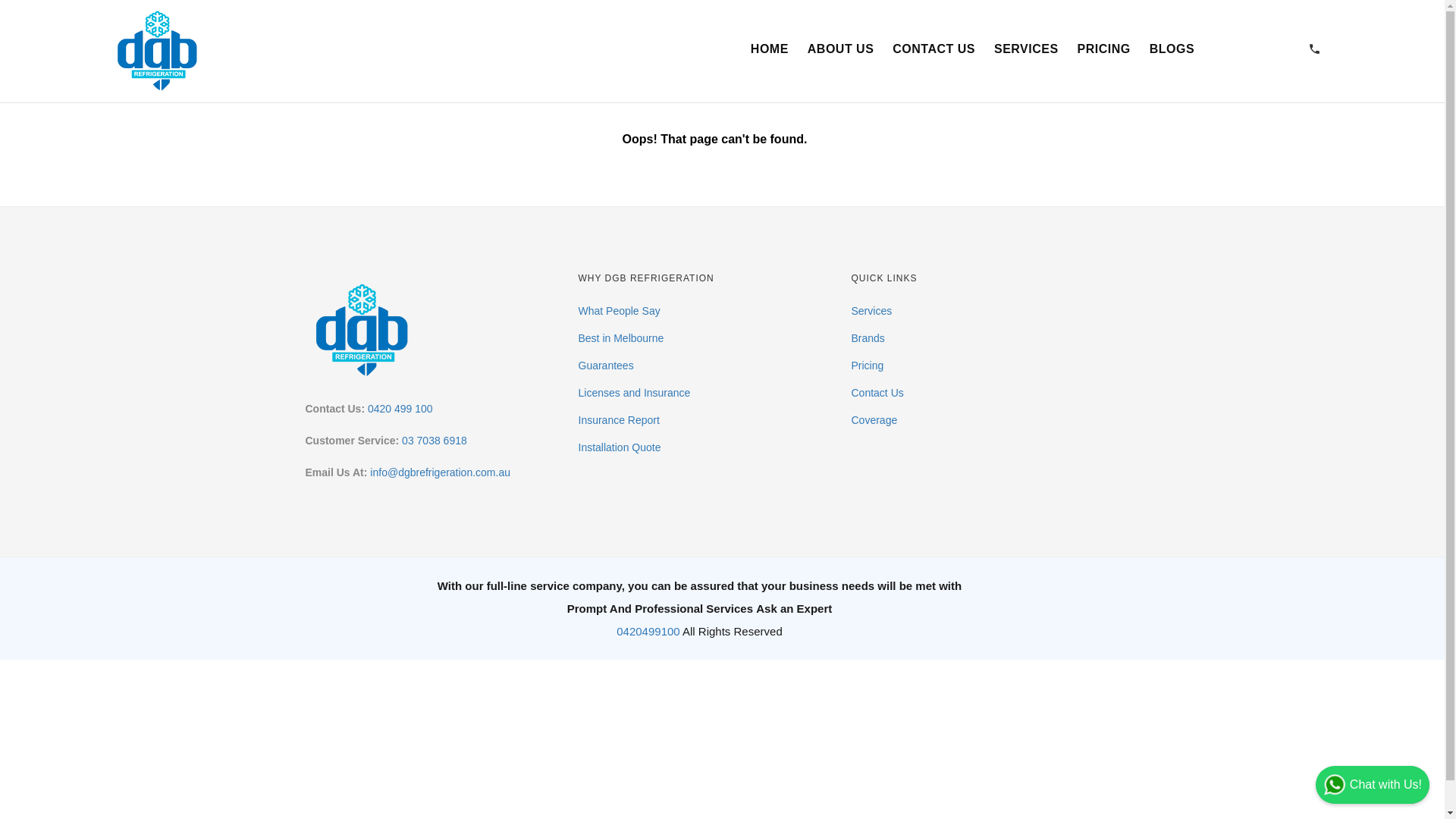 The image size is (1456, 819). What do you see at coordinates (618, 420) in the screenshot?
I see `'Insurance Report'` at bounding box center [618, 420].